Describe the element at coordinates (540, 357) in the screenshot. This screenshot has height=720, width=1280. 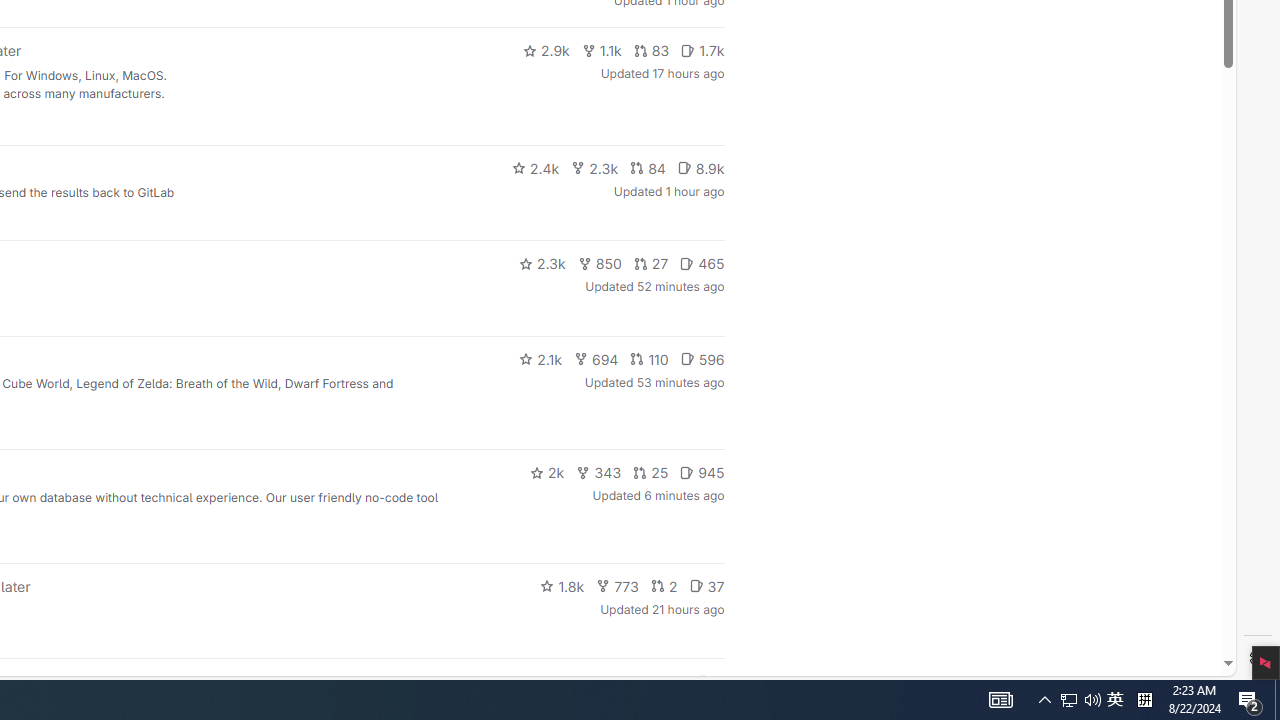
I see `'2.1k'` at that location.